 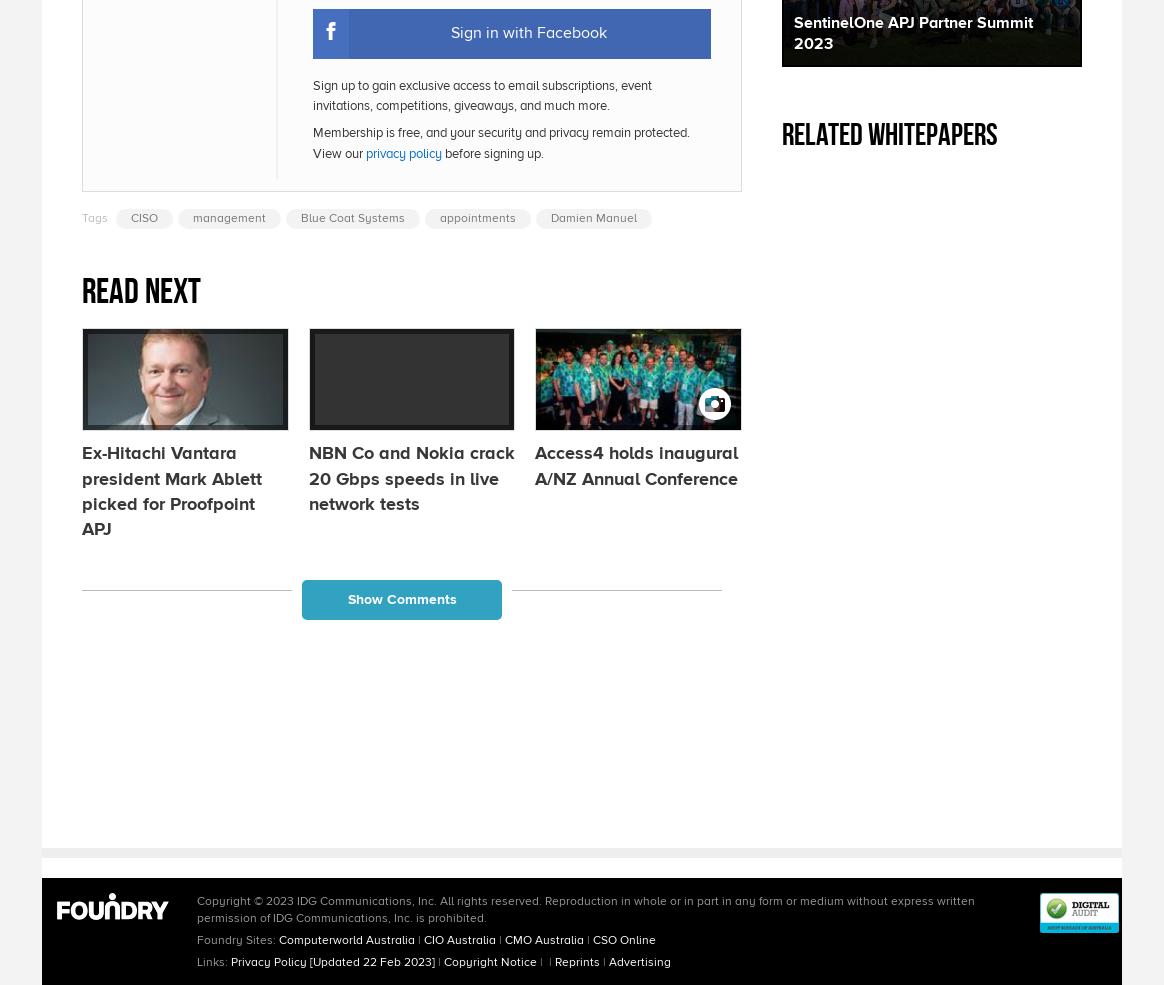 I want to click on 'Copyright Notice', so click(x=490, y=961).